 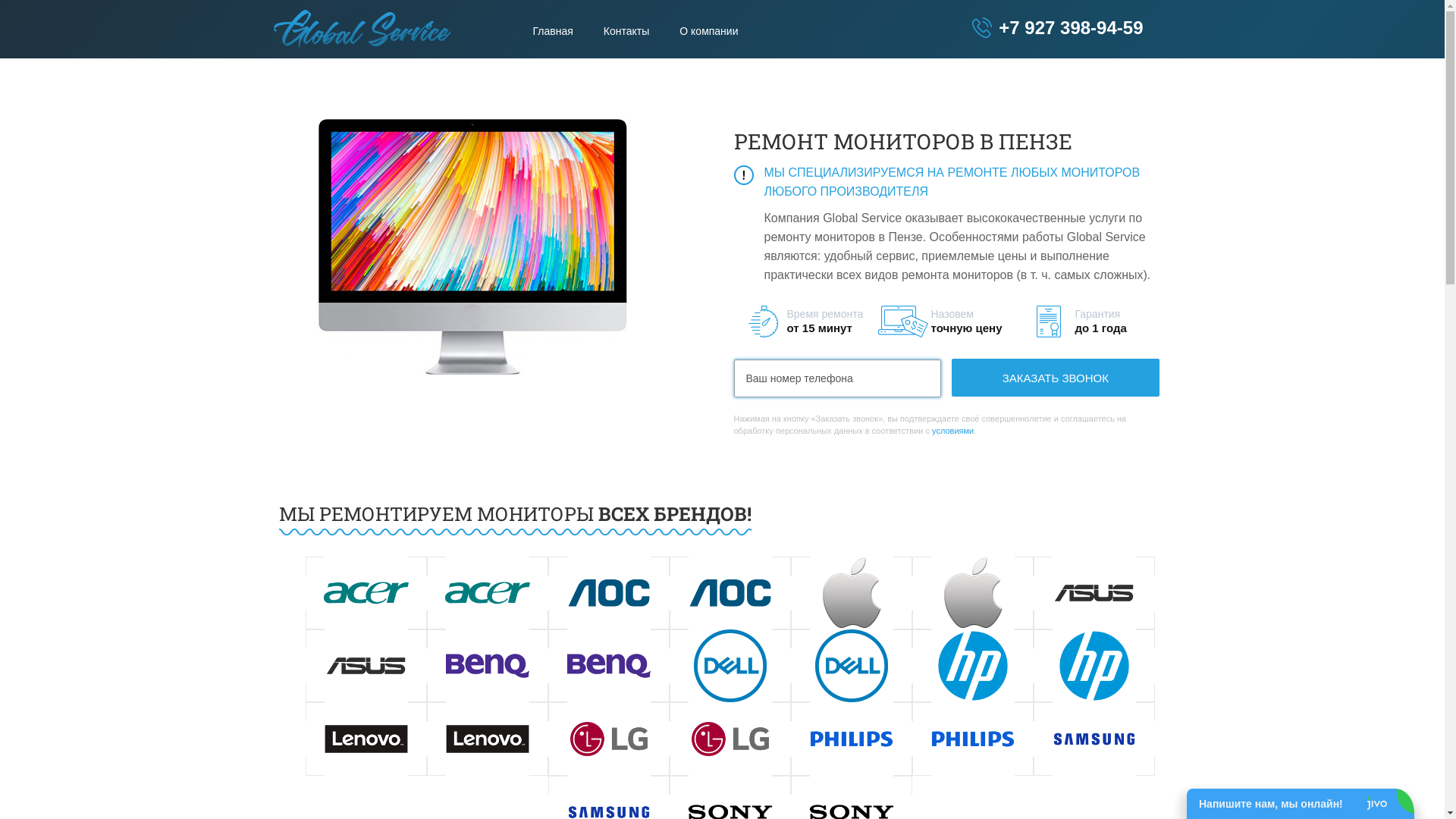 What do you see at coordinates (1056, 27) in the screenshot?
I see `'+7 927 398-94-59'` at bounding box center [1056, 27].